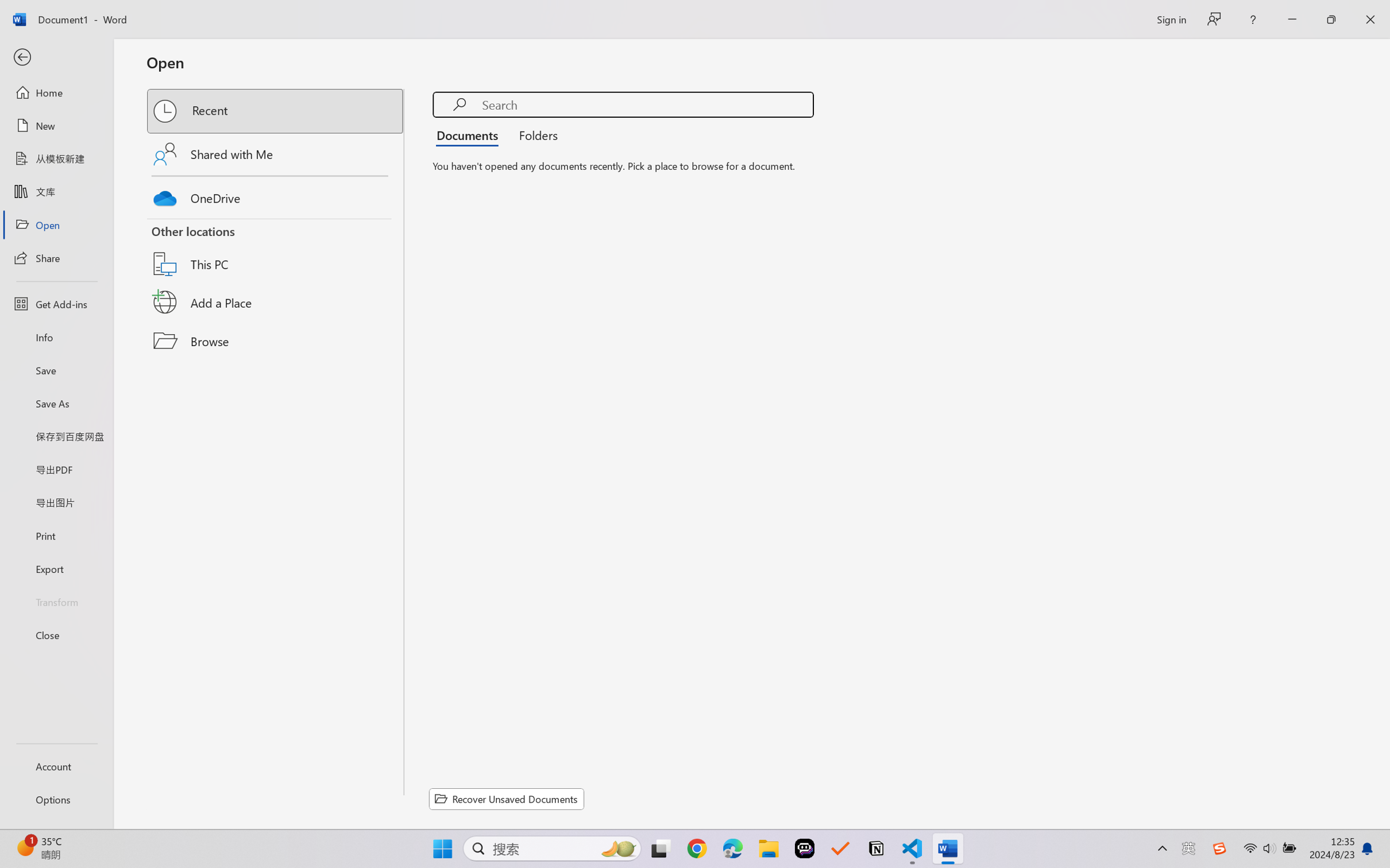  Describe the element at coordinates (276, 153) in the screenshot. I see `'Shared with Me'` at that location.